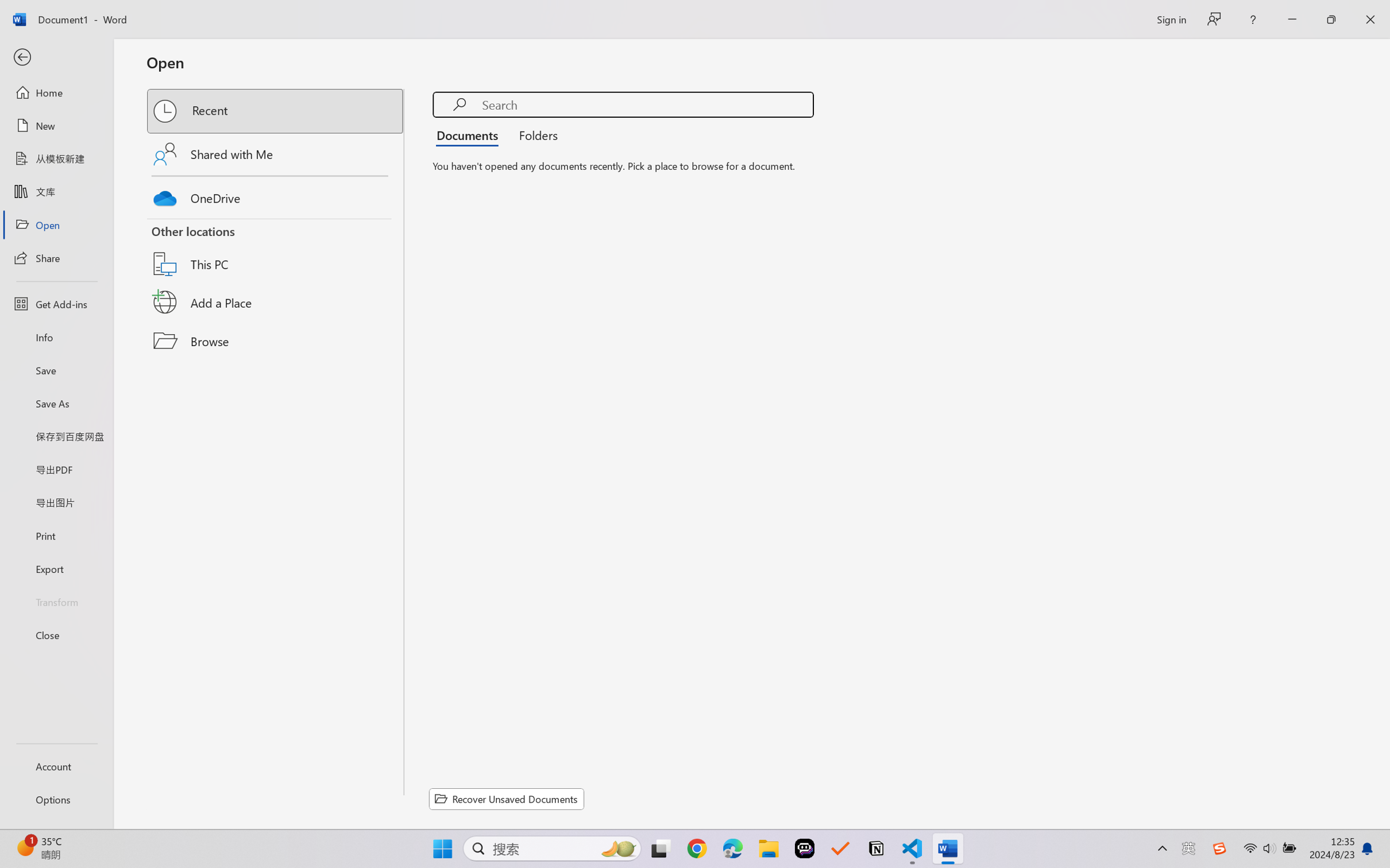  Describe the element at coordinates (276, 153) in the screenshot. I see `'Shared with Me'` at that location.